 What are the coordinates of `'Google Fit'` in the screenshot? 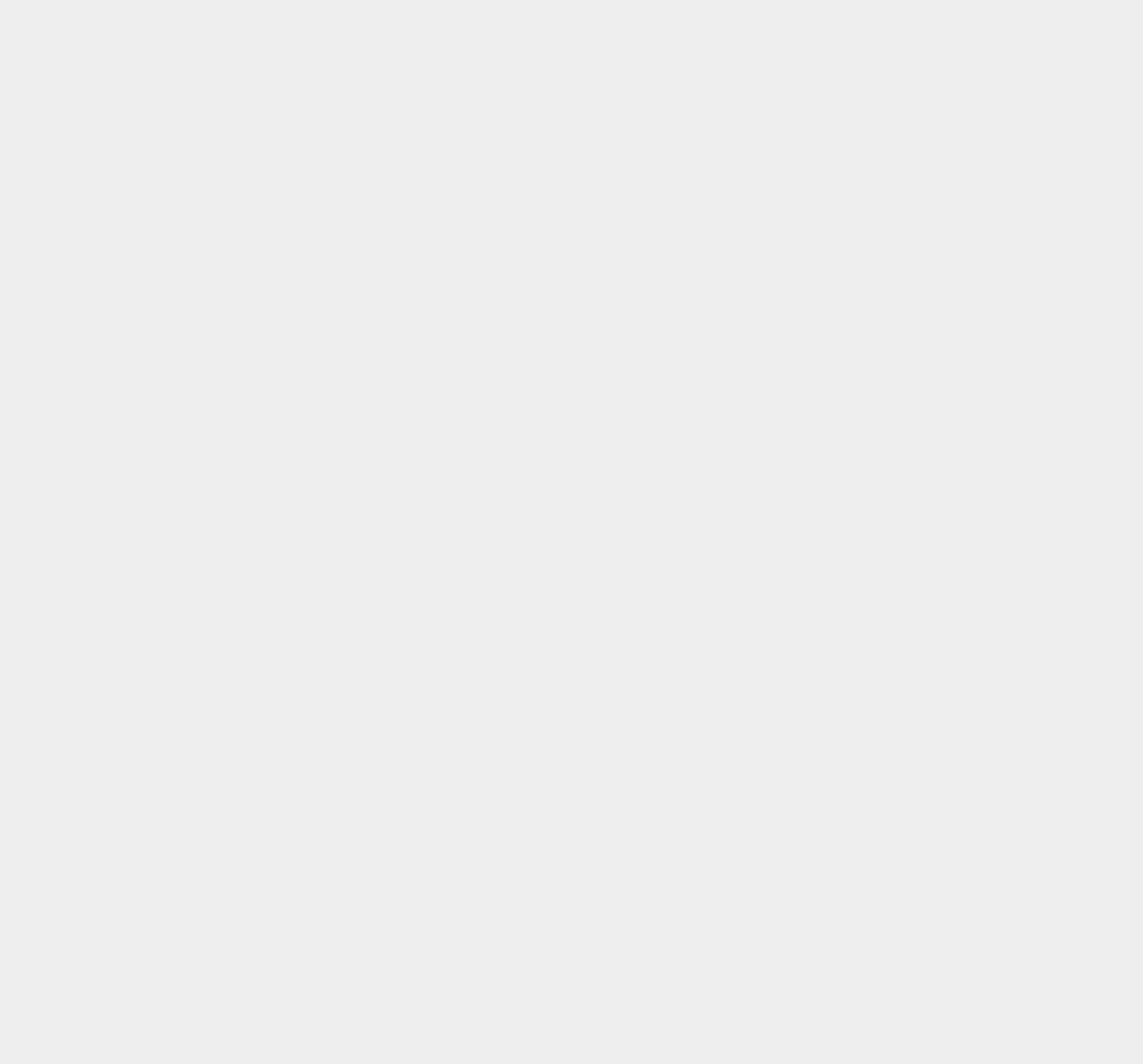 It's located at (838, 344).